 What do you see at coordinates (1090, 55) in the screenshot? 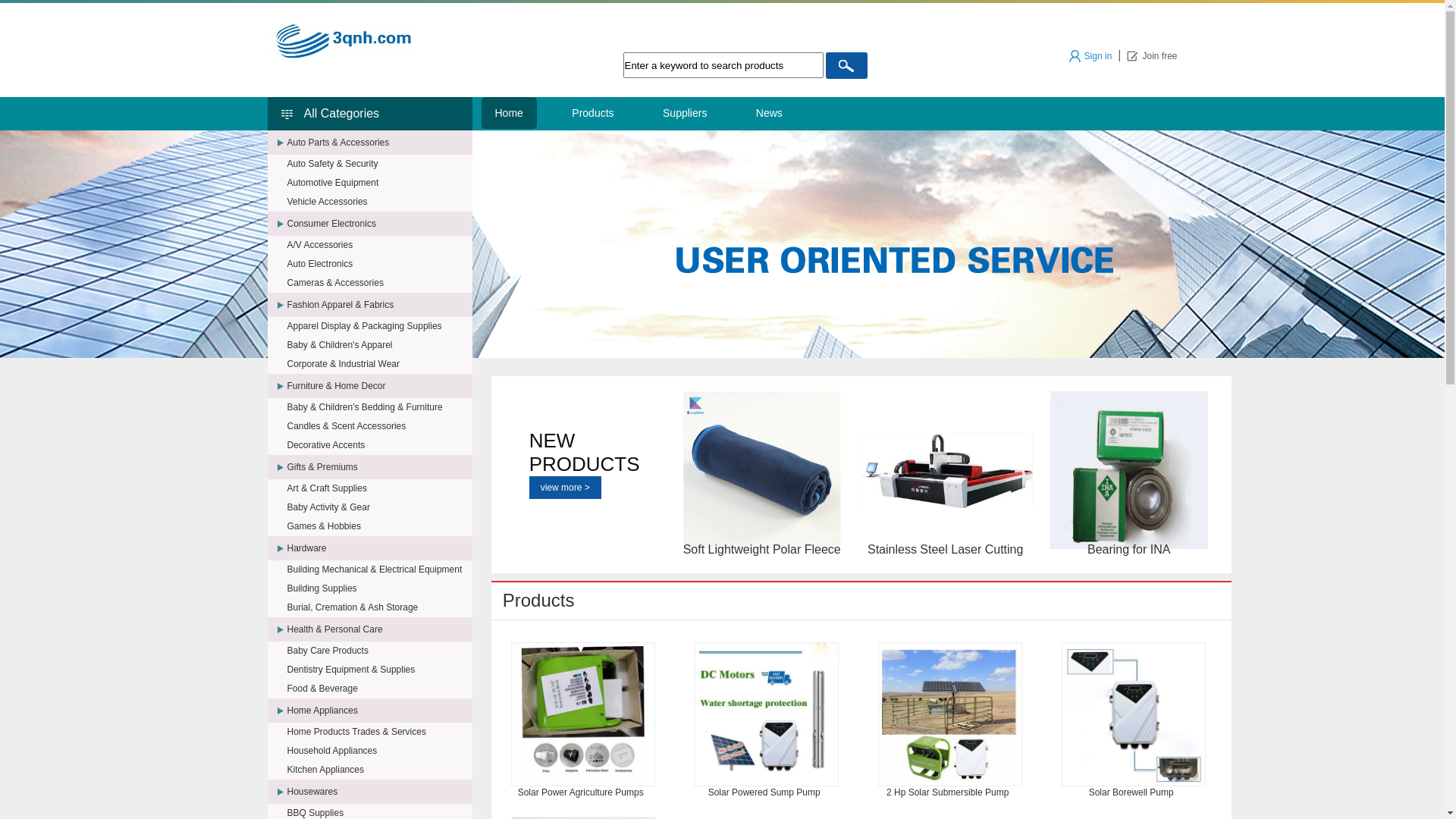
I see `'Sign in'` at bounding box center [1090, 55].